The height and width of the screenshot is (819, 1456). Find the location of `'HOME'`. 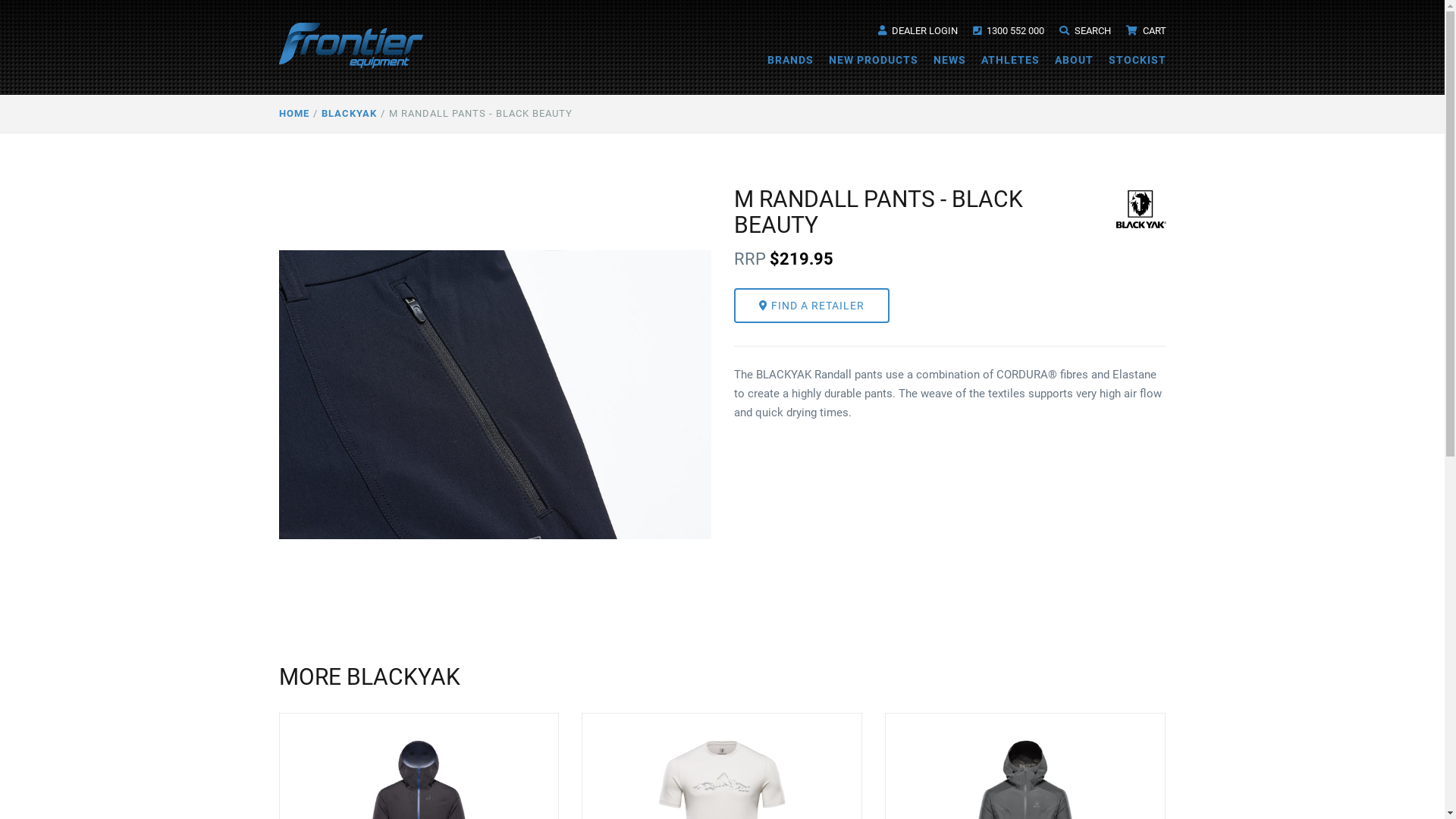

'HOME' is located at coordinates (294, 113).